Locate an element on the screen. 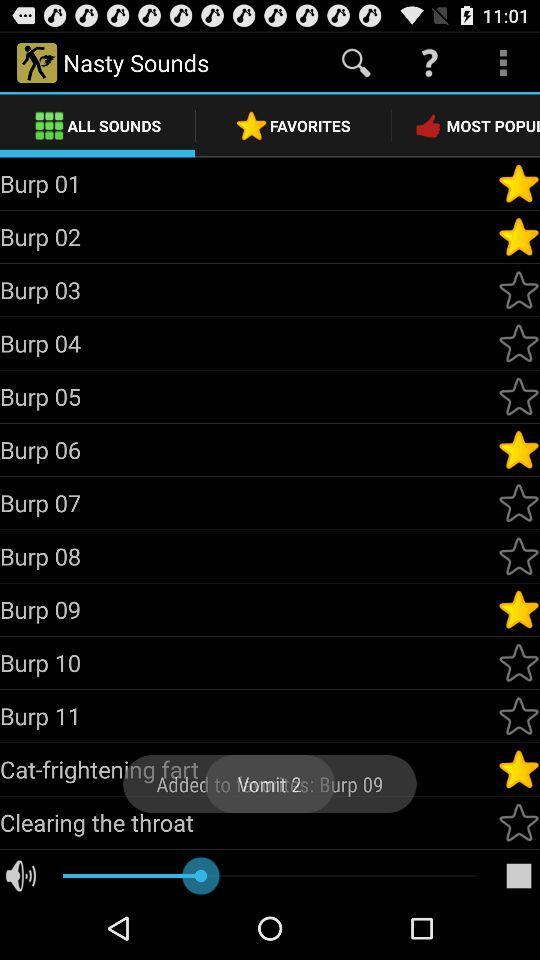 This screenshot has width=540, height=960. as most popular is located at coordinates (518, 343).